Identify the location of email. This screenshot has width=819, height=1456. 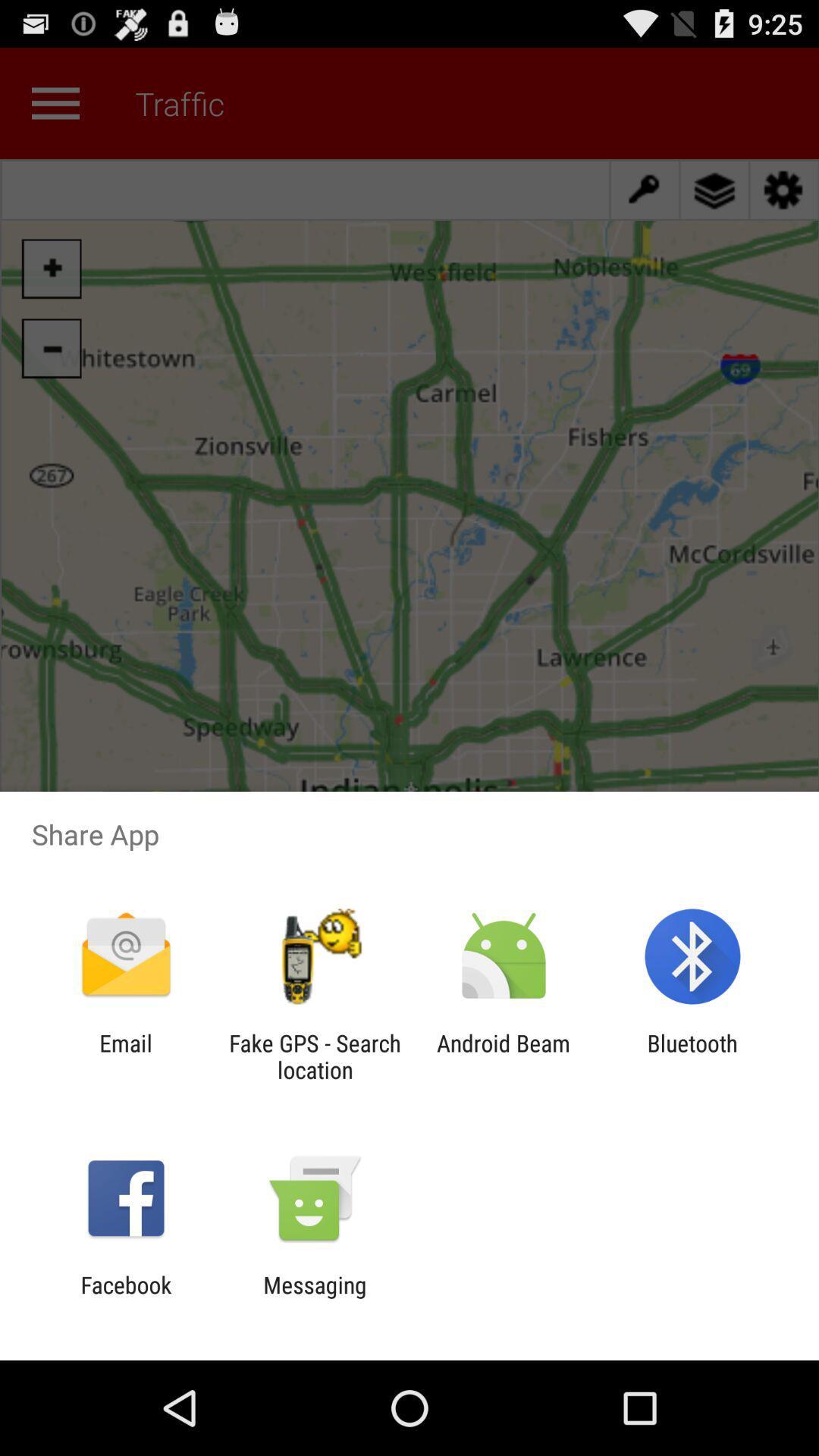
(125, 1056).